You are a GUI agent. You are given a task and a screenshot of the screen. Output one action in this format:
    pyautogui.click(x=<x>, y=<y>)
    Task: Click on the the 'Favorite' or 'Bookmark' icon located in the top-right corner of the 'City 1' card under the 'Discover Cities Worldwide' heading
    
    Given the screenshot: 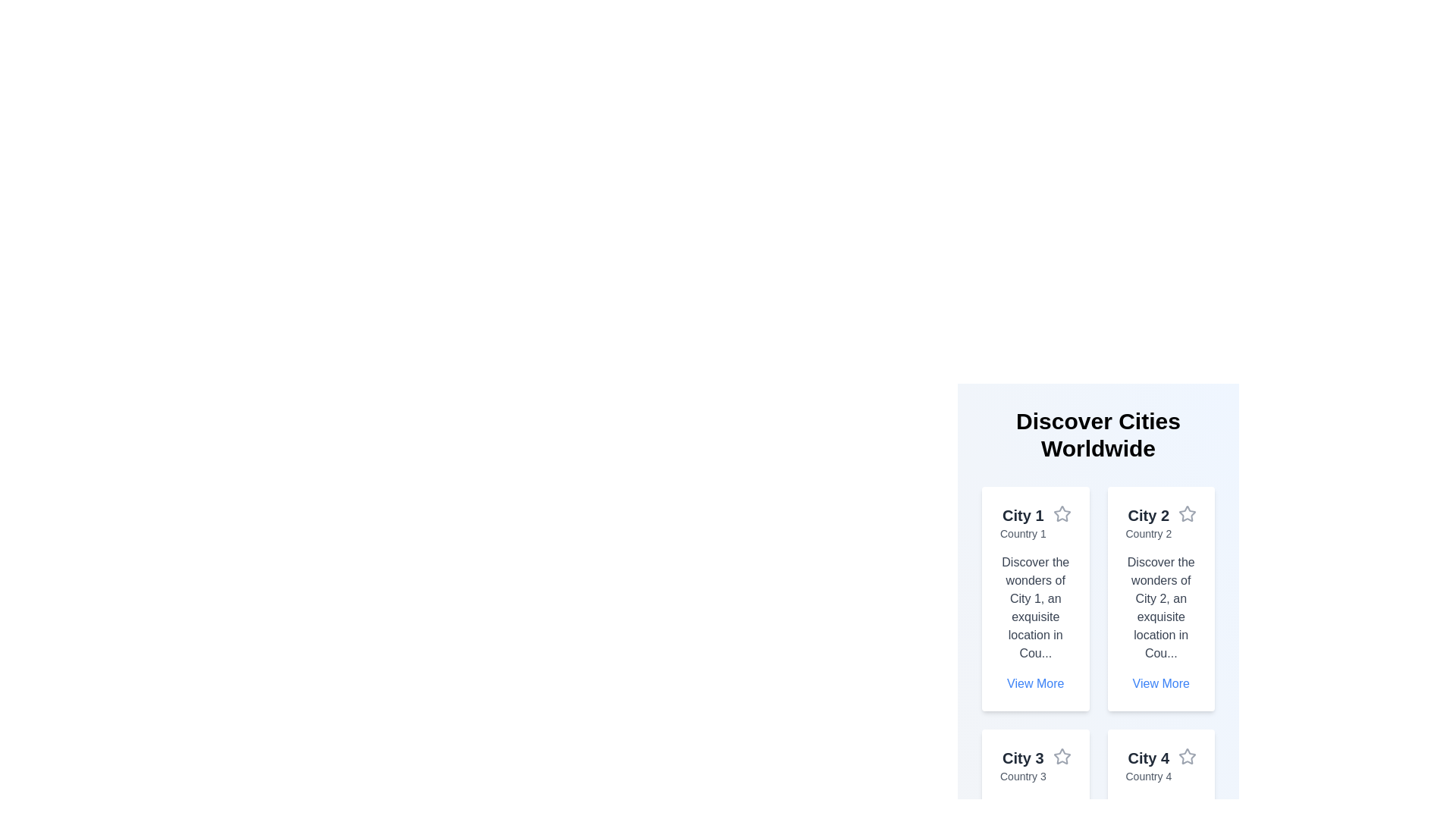 What is the action you would take?
    pyautogui.click(x=1061, y=513)
    